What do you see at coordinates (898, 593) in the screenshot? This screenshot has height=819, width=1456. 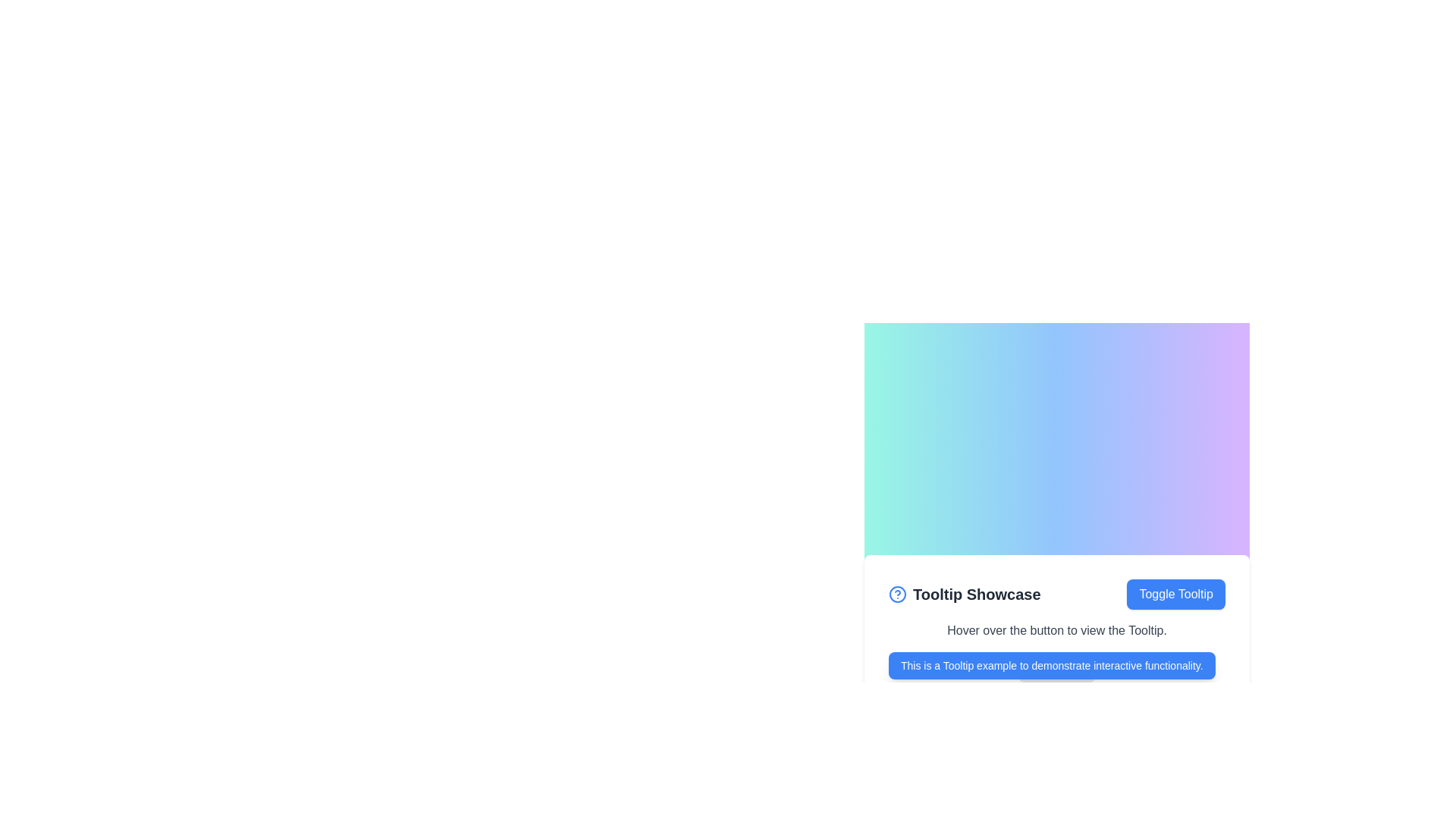 I see `the circular SVG graphic with a 10px radius, centrally placed within a 24x24px bounding box, located to the left of the 'Tooltip Showcase' text label` at bounding box center [898, 593].